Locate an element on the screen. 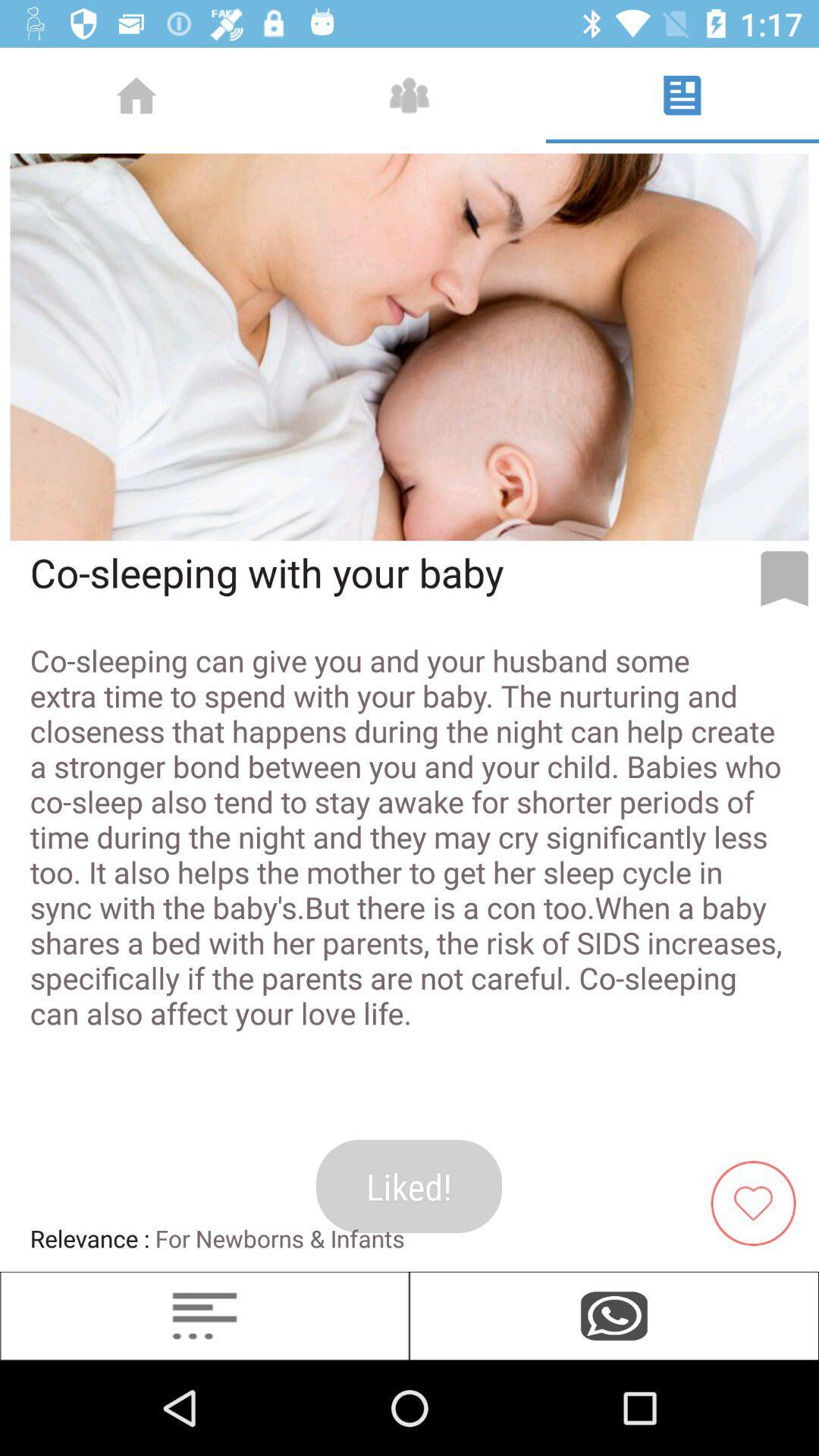 Image resolution: width=819 pixels, height=1456 pixels. the item to the right of the co sleeping with is located at coordinates (784, 578).